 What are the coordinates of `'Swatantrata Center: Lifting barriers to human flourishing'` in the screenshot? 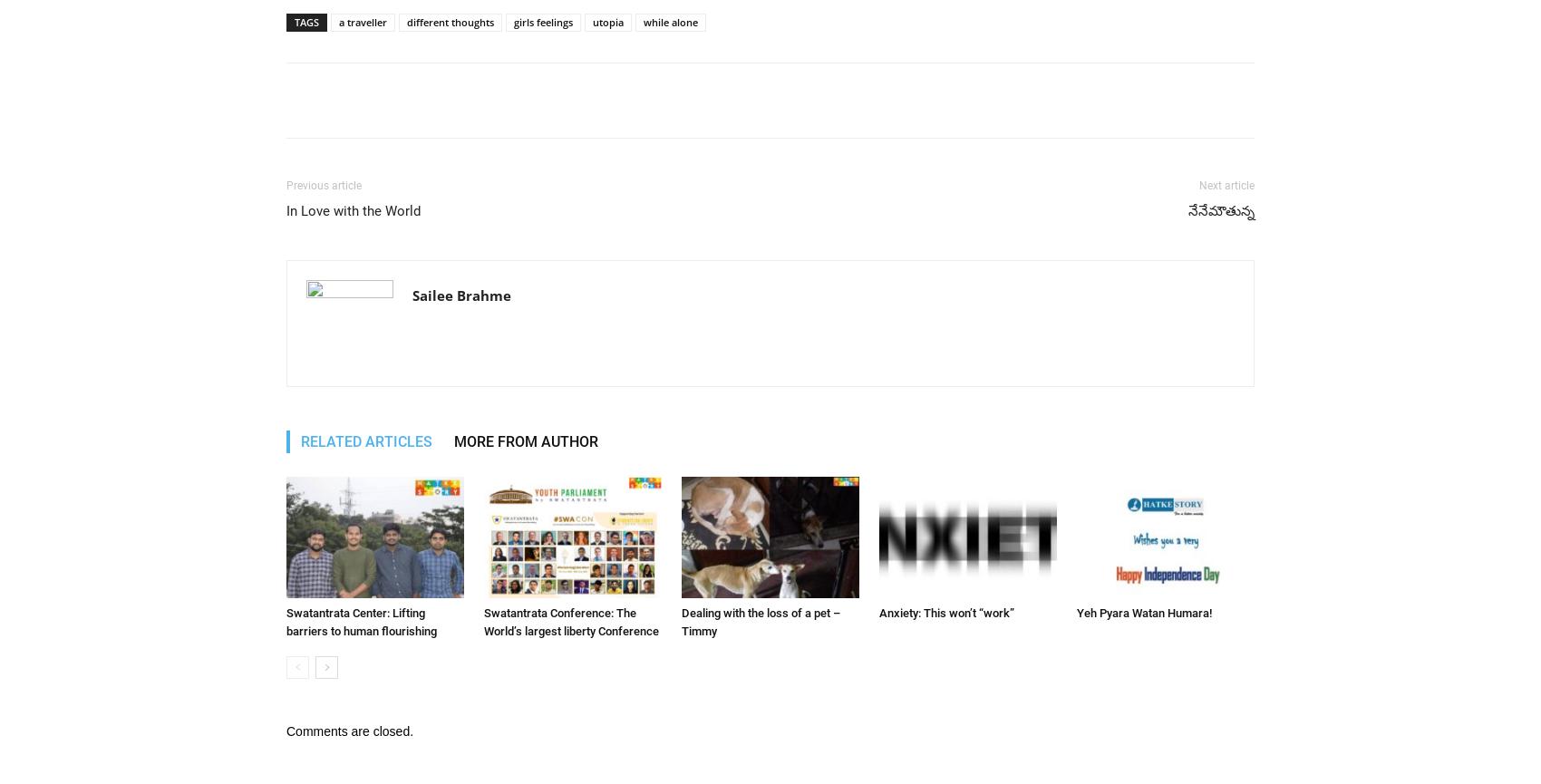 It's located at (360, 622).